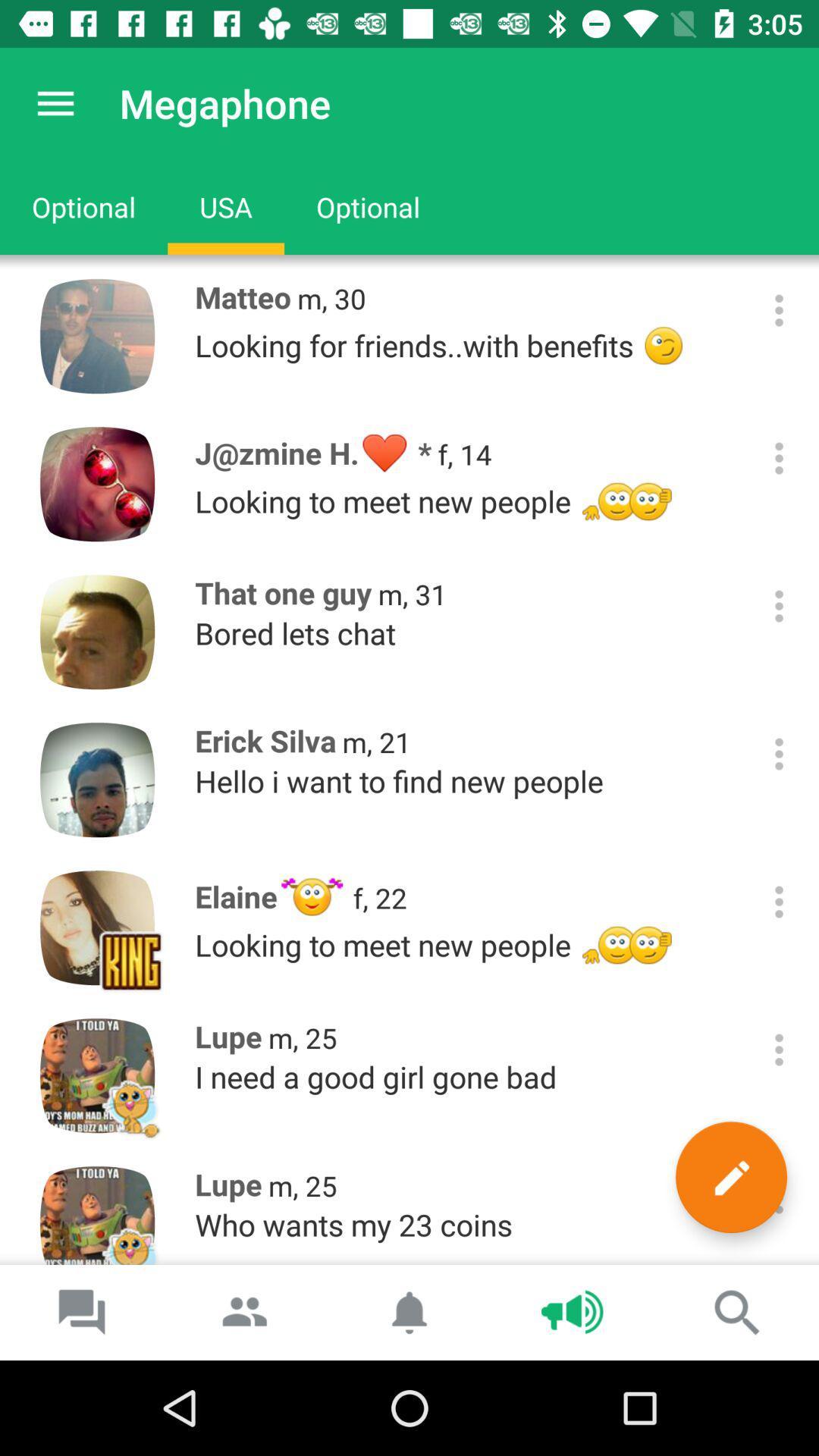 This screenshot has height=1456, width=819. I want to click on more option, so click(779, 1049).